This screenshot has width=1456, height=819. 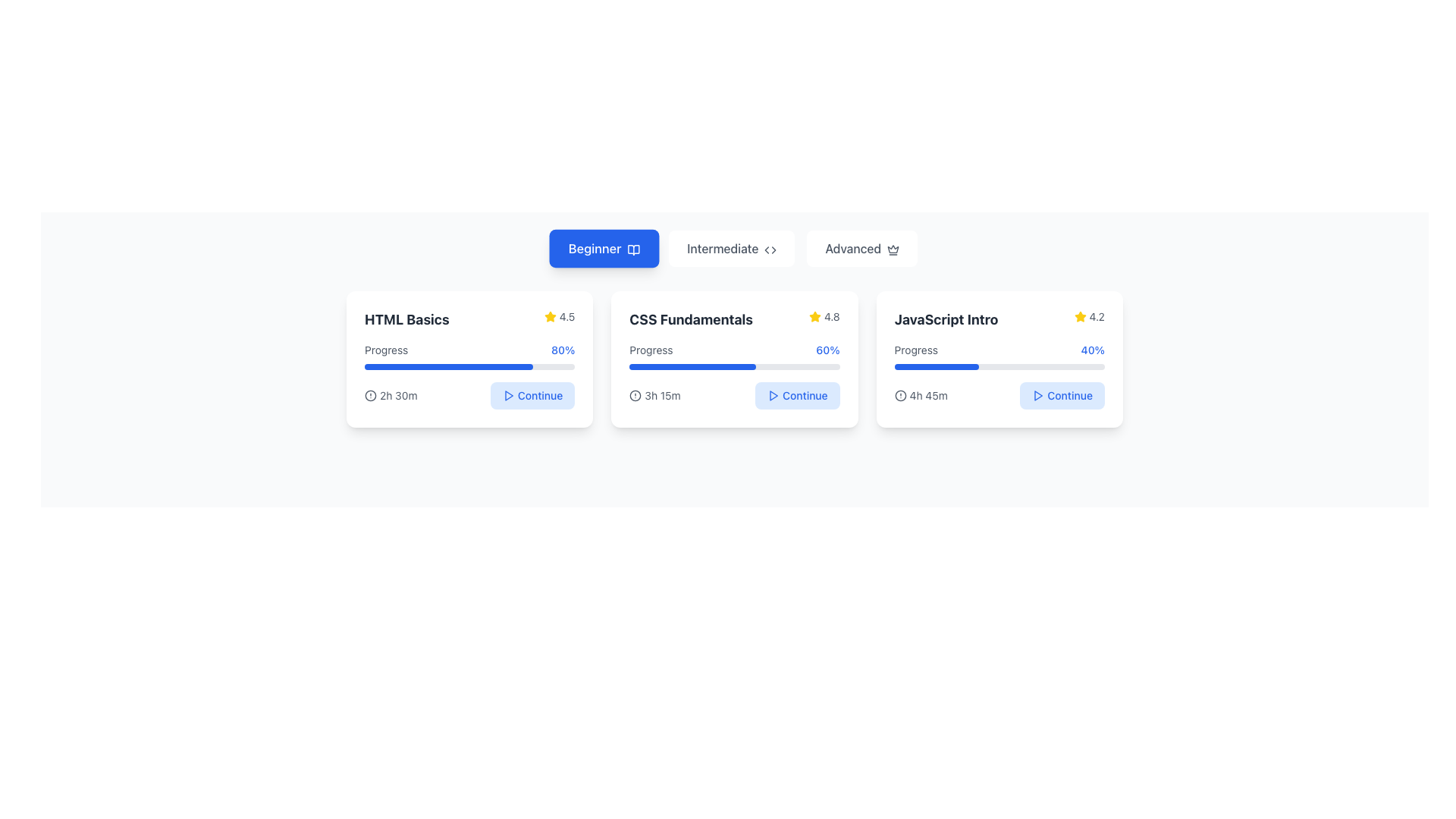 I want to click on the star icon representing the rating for the 'CSS Fundamentals' module, so click(x=814, y=315).